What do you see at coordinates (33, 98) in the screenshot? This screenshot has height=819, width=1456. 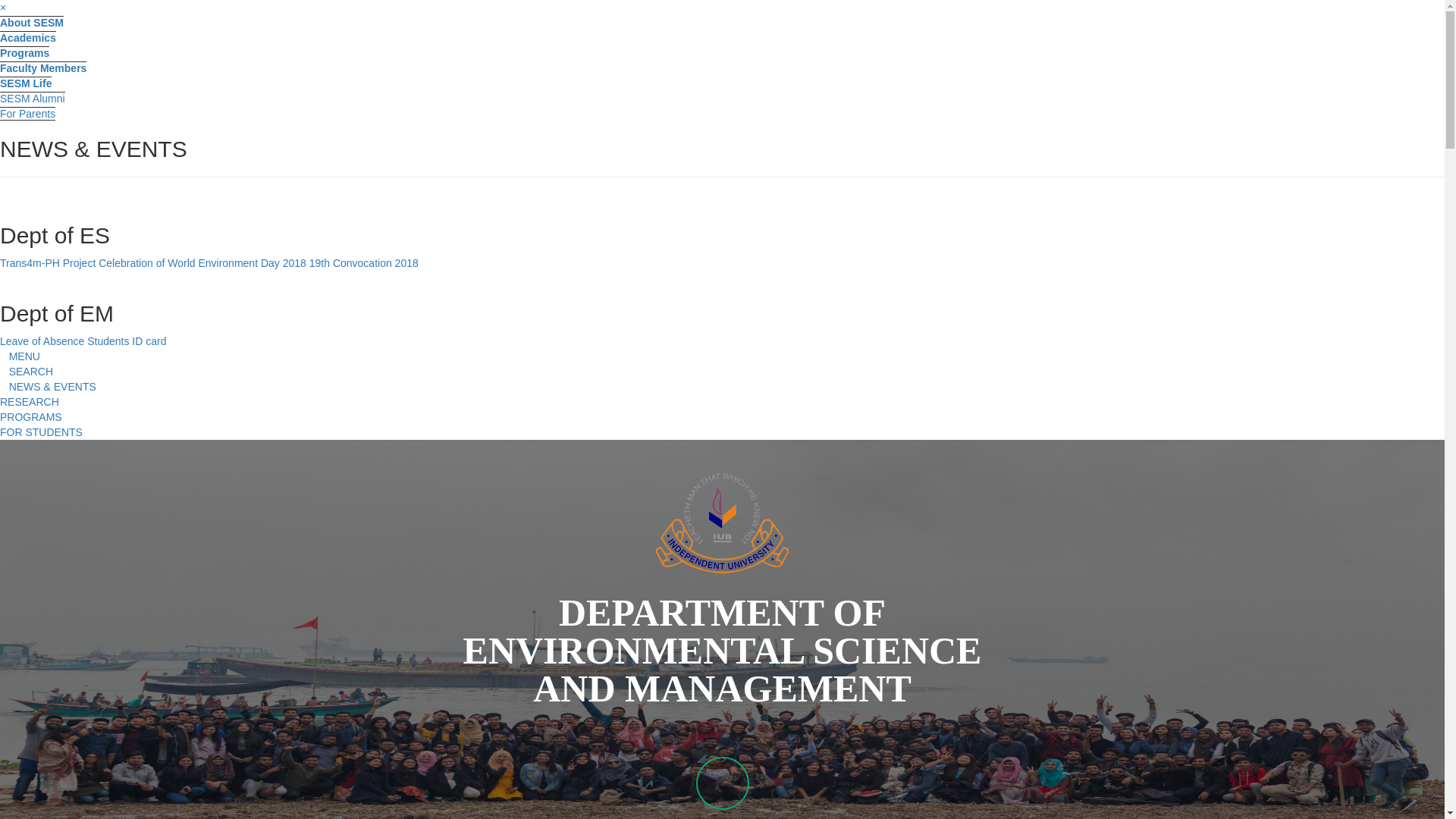 I see `'SESM Alumni'` at bounding box center [33, 98].